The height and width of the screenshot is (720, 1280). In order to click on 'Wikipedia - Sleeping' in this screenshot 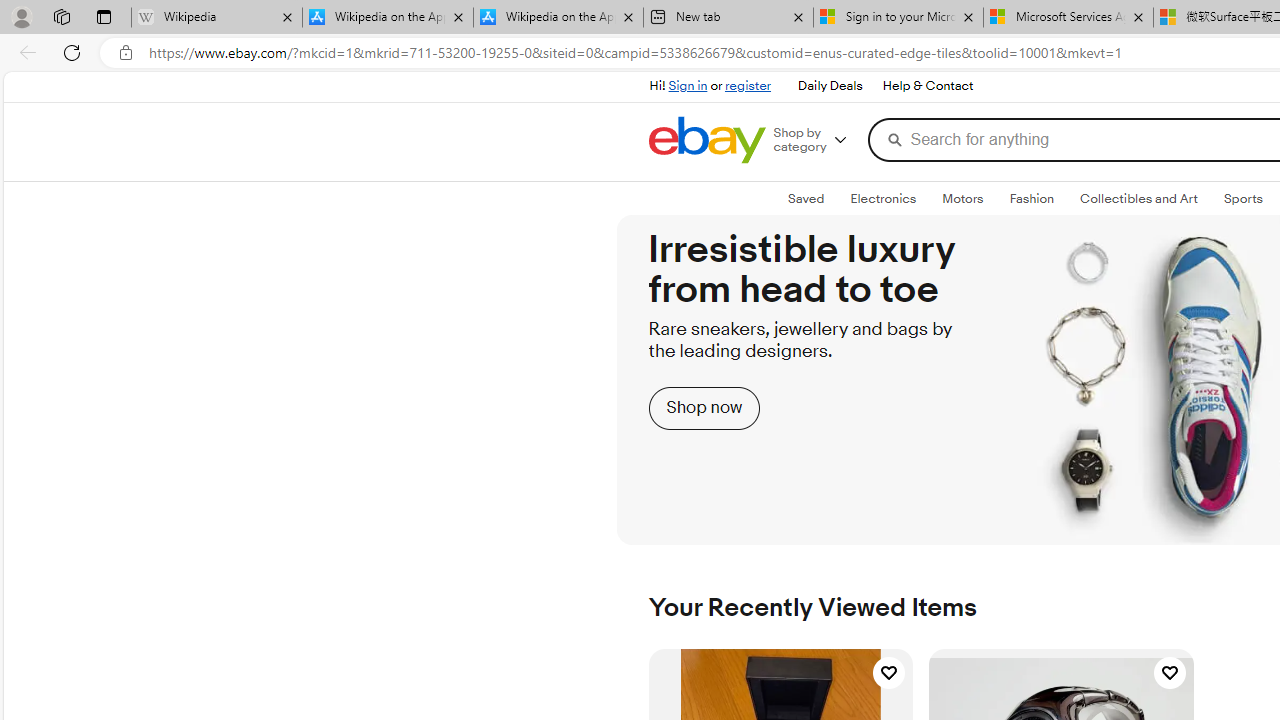, I will do `click(216, 17)`.